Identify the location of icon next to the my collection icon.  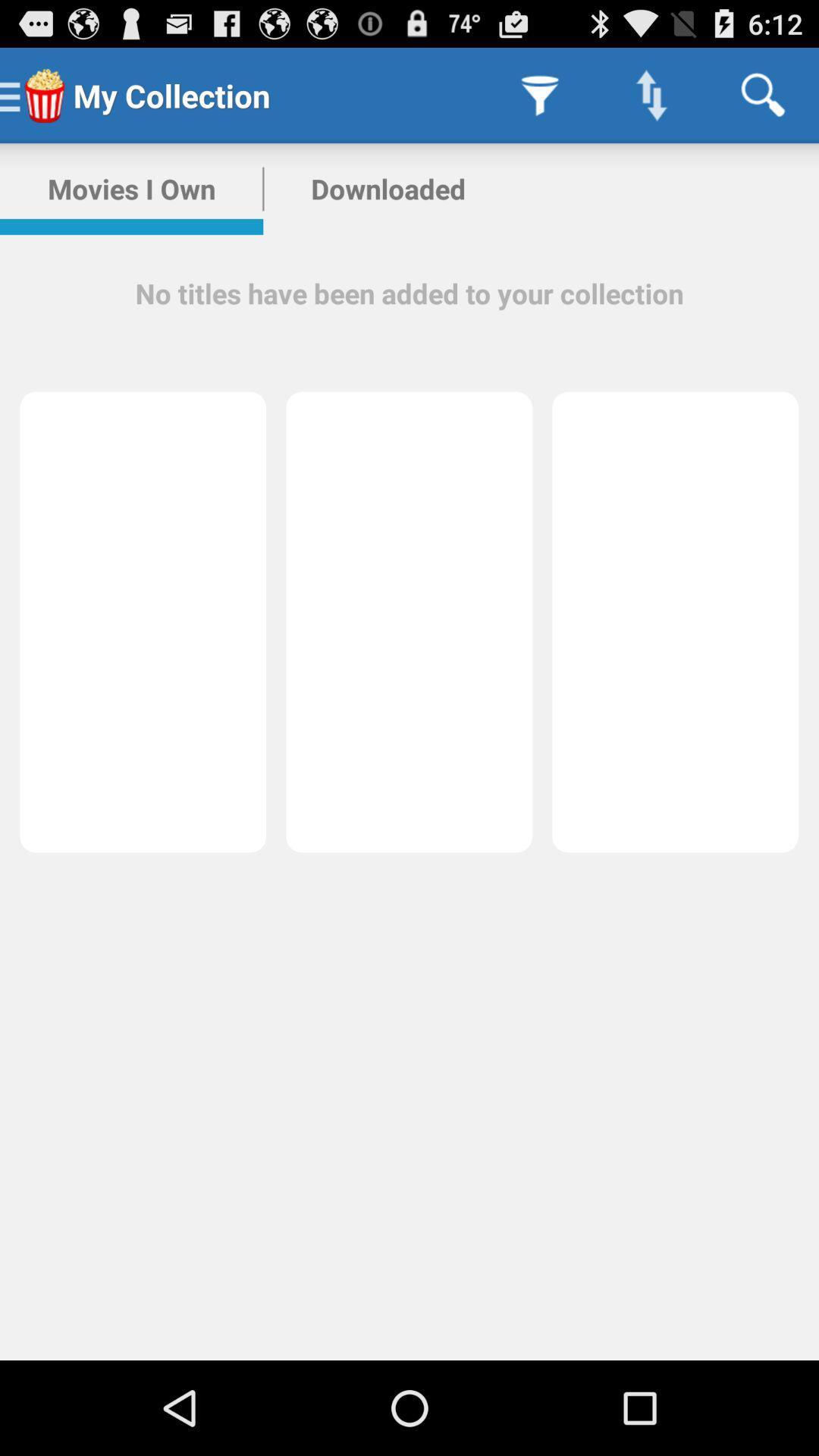
(539, 94).